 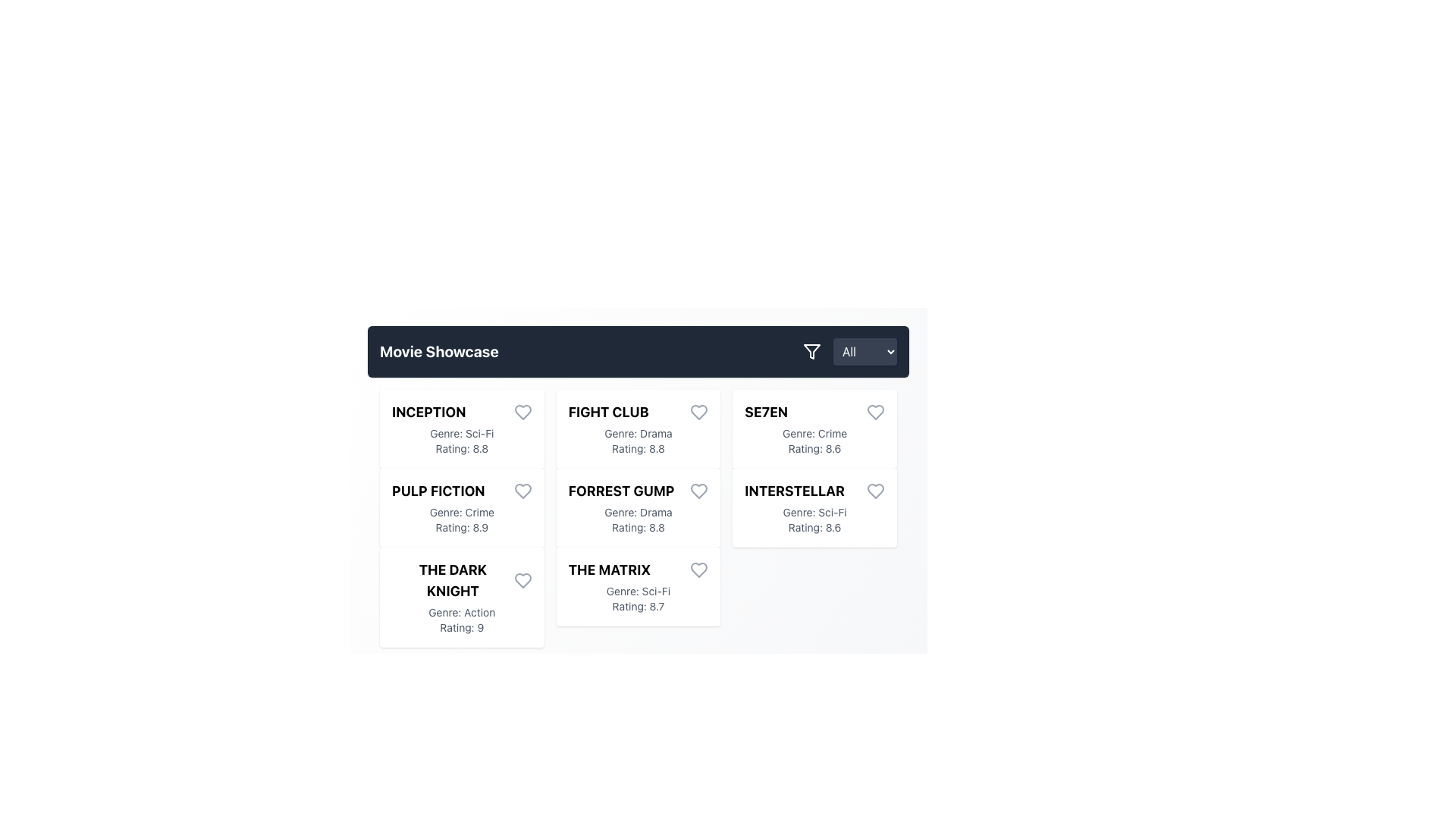 I want to click on the text label indicating the genre of the movie 'INCEPTION', which is positioned immediately after the word 'Genre:' in the first row of the grid layout, so click(x=479, y=433).